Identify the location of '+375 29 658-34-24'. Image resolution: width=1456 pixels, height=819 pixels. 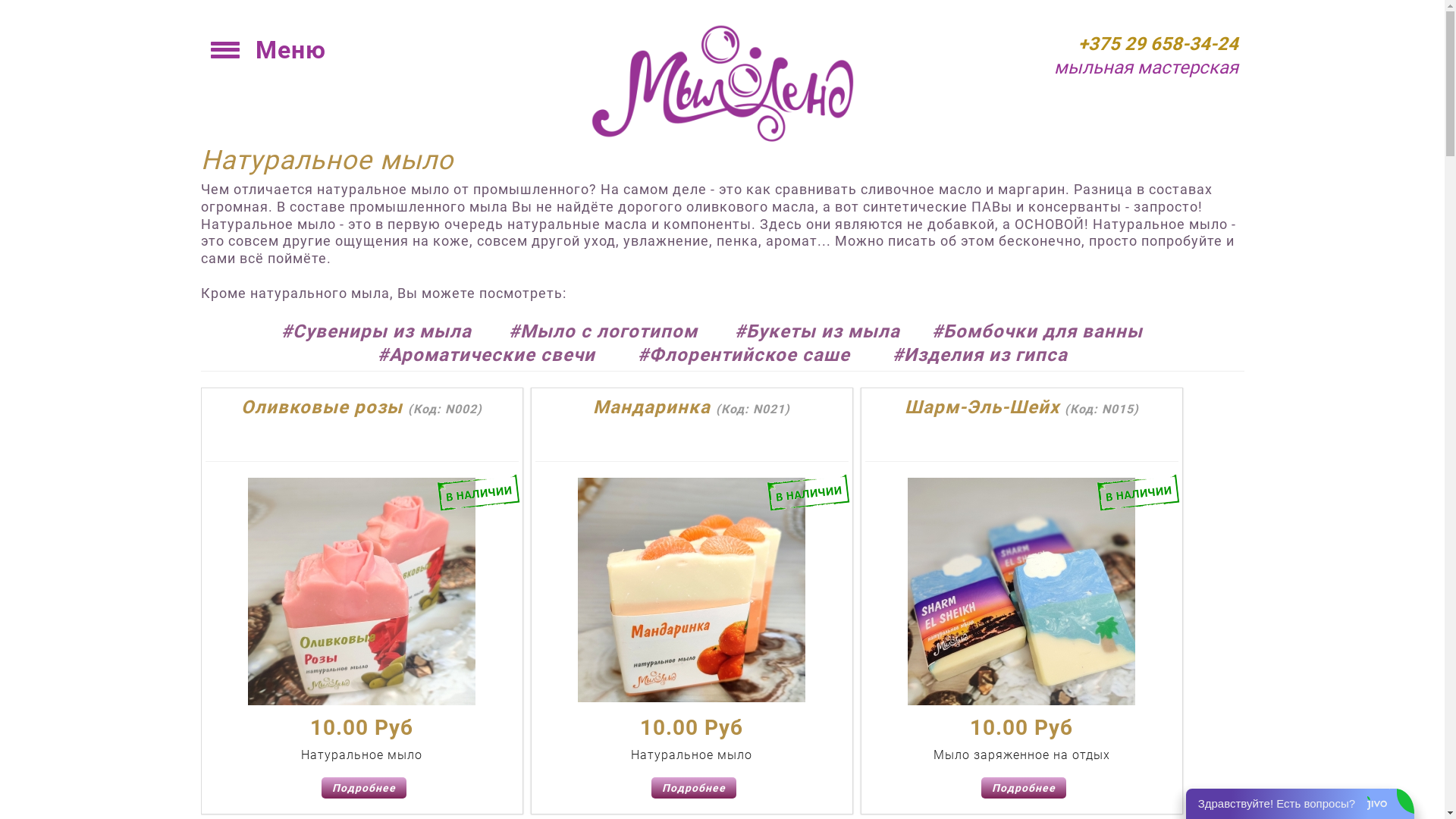
(1157, 42).